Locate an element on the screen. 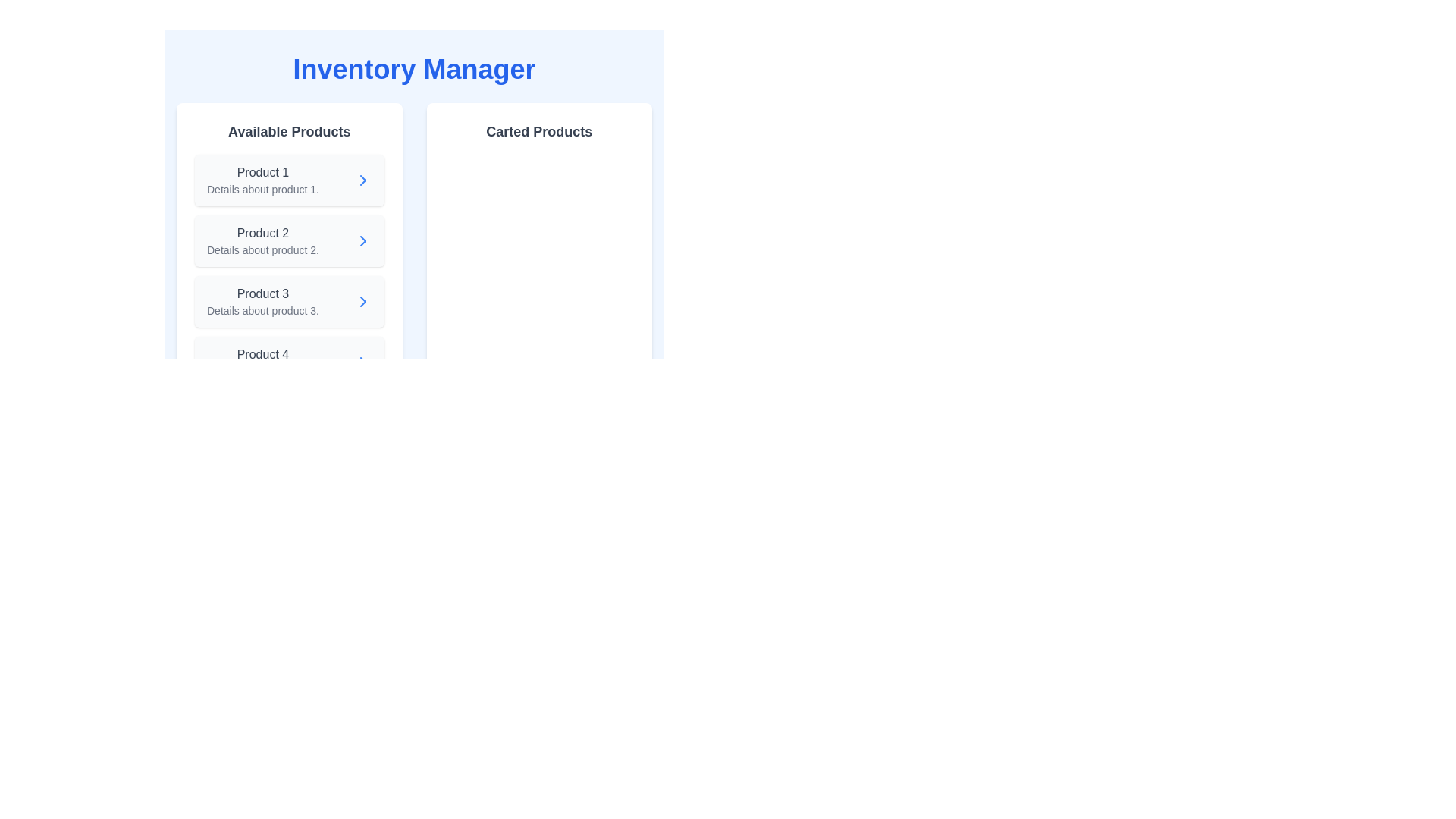 The height and width of the screenshot is (819, 1456). the soft blue rightward-pointing chevron icon associated with 'Product 2' in the 'Available Products' list is located at coordinates (362, 240).